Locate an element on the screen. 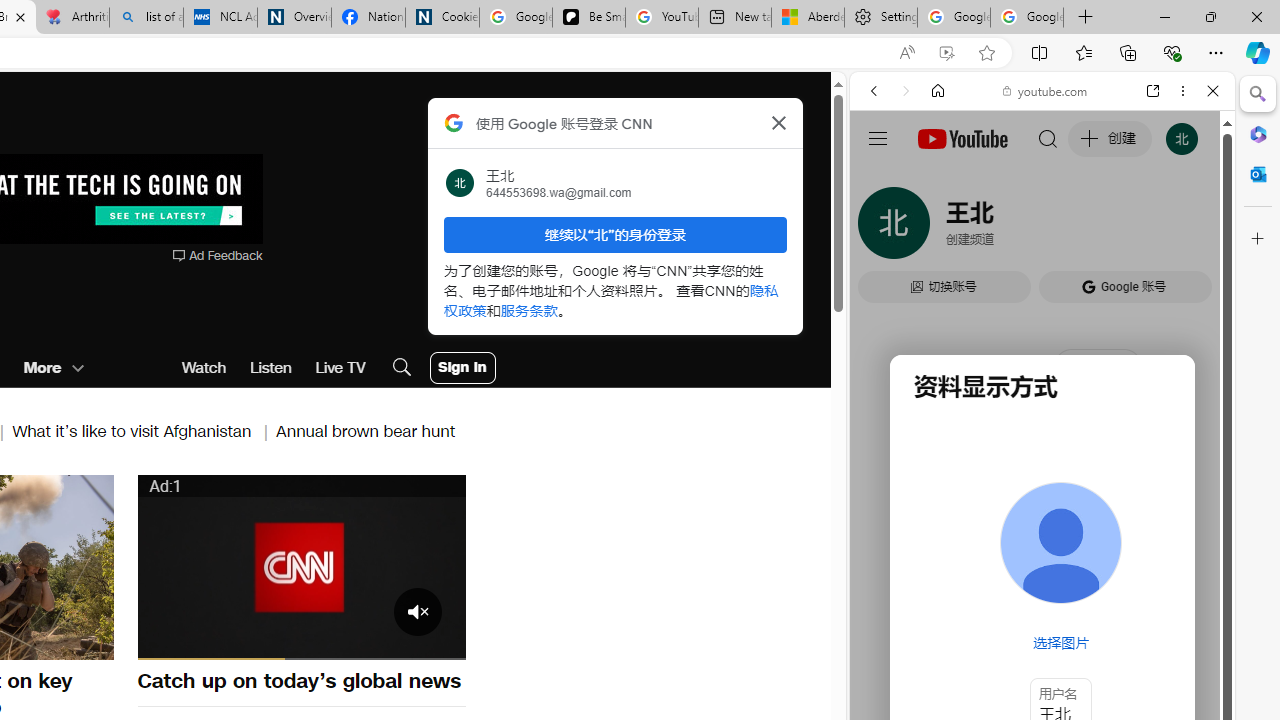 The width and height of the screenshot is (1280, 720). 'Close Customize pane' is located at coordinates (1257, 238).